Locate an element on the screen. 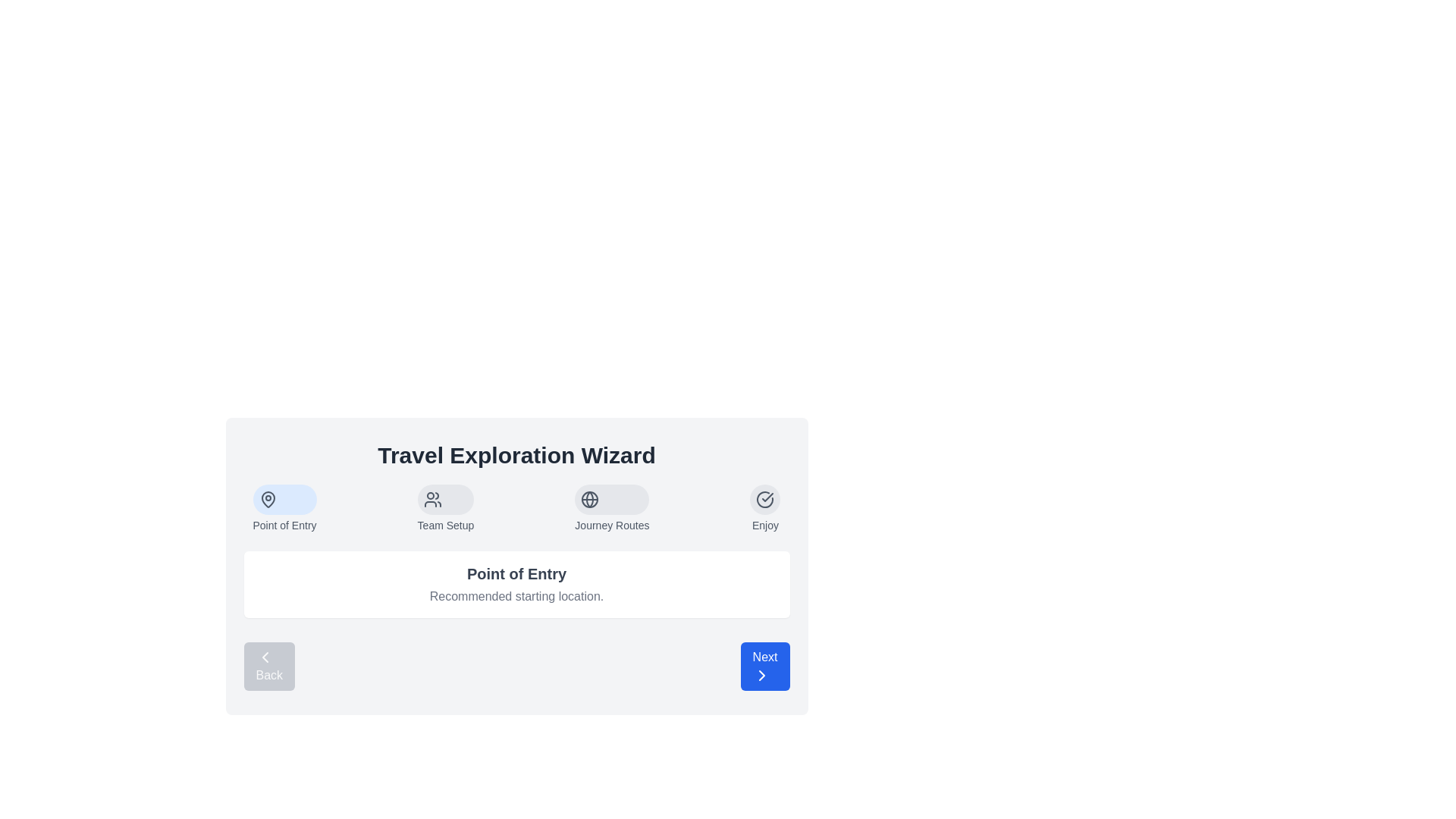 The width and height of the screenshot is (1456, 819). the Textual Card that provides information about the 'Point of Entry' step in the flow, located centrally below the step indicators and above the navigation buttons is located at coordinates (516, 584).